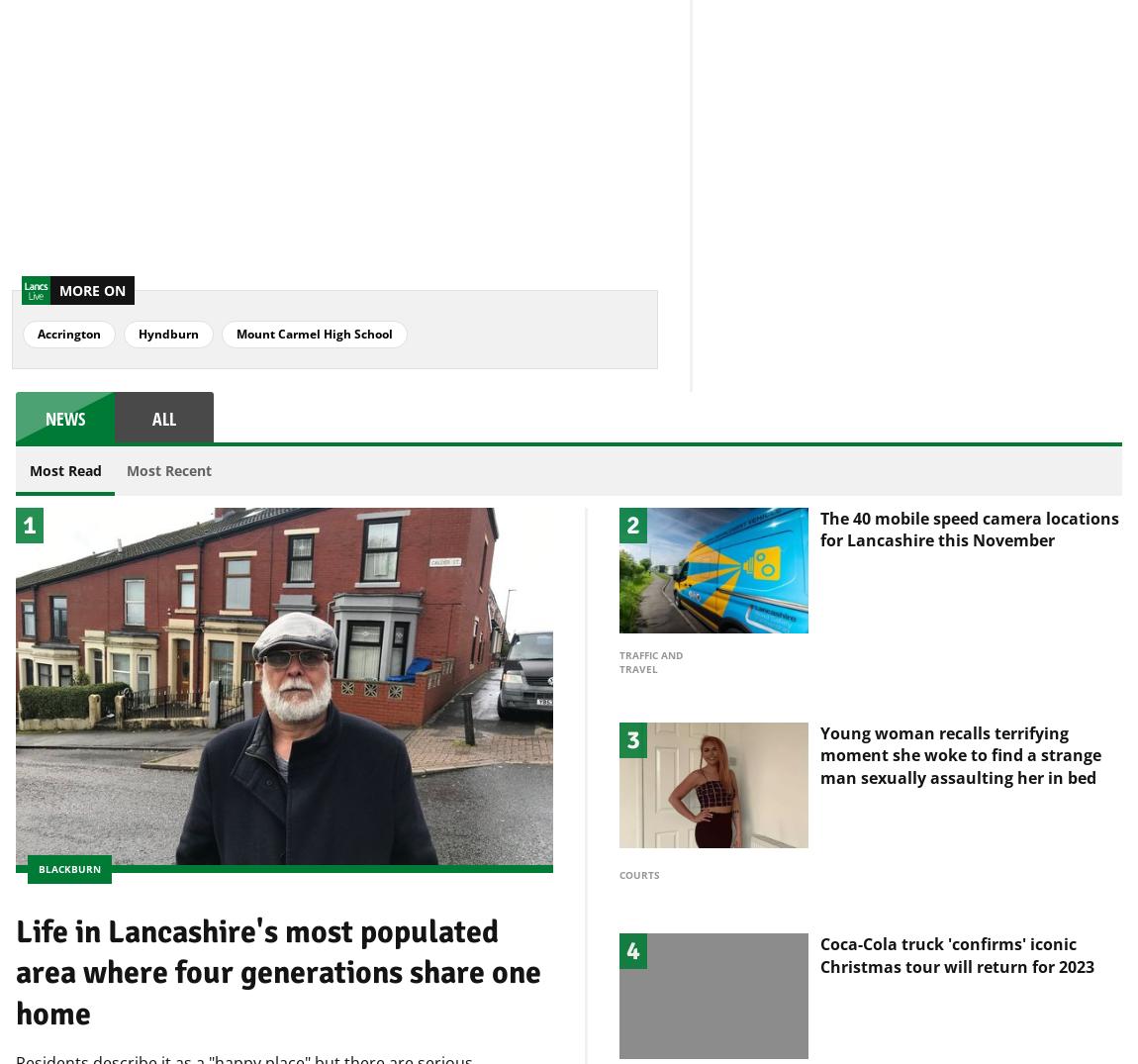 Image resolution: width=1138 pixels, height=1064 pixels. I want to click on 'Hyndburn', so click(137, 299).